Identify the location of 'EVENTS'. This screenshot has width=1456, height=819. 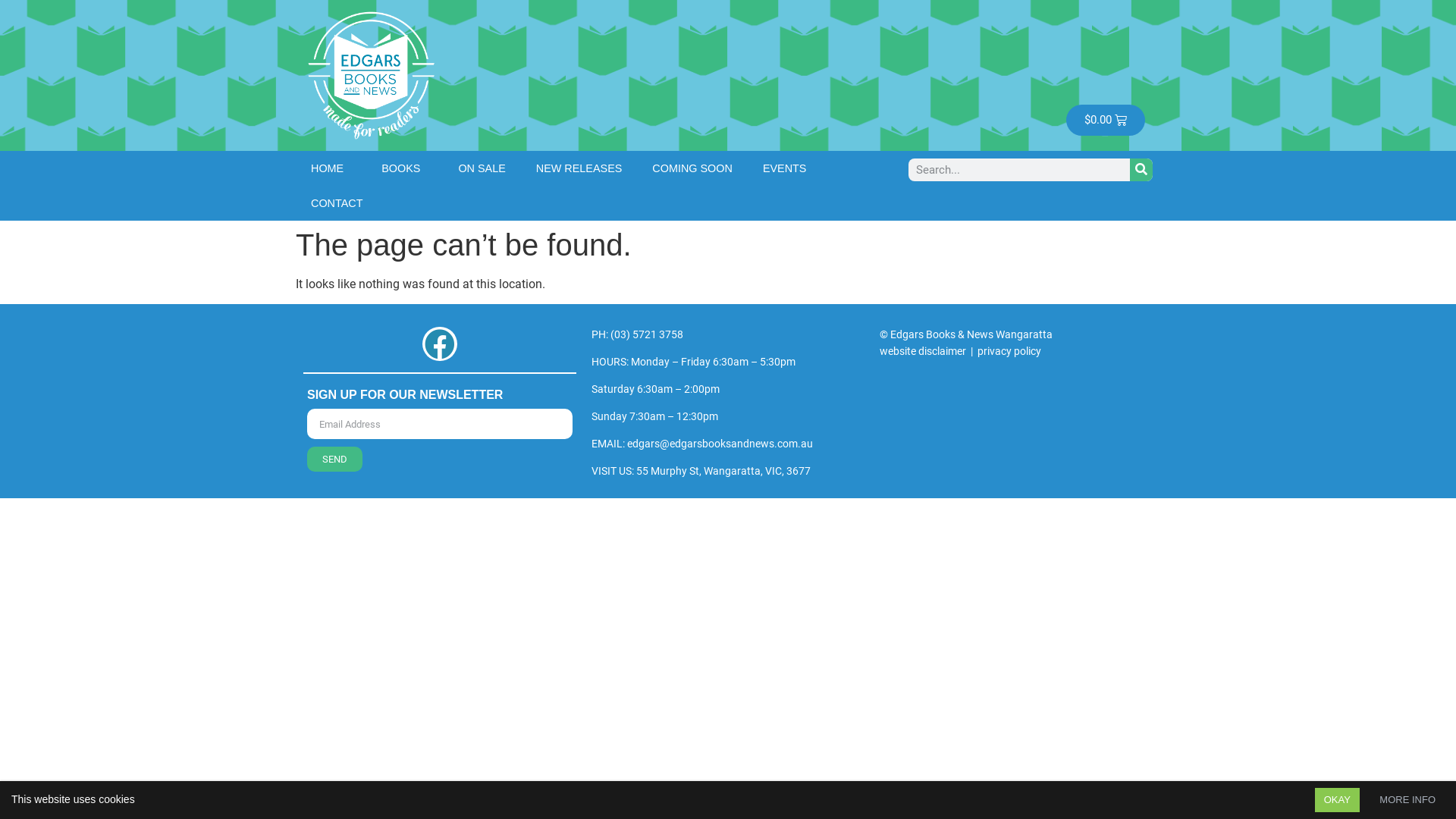
(789, 167).